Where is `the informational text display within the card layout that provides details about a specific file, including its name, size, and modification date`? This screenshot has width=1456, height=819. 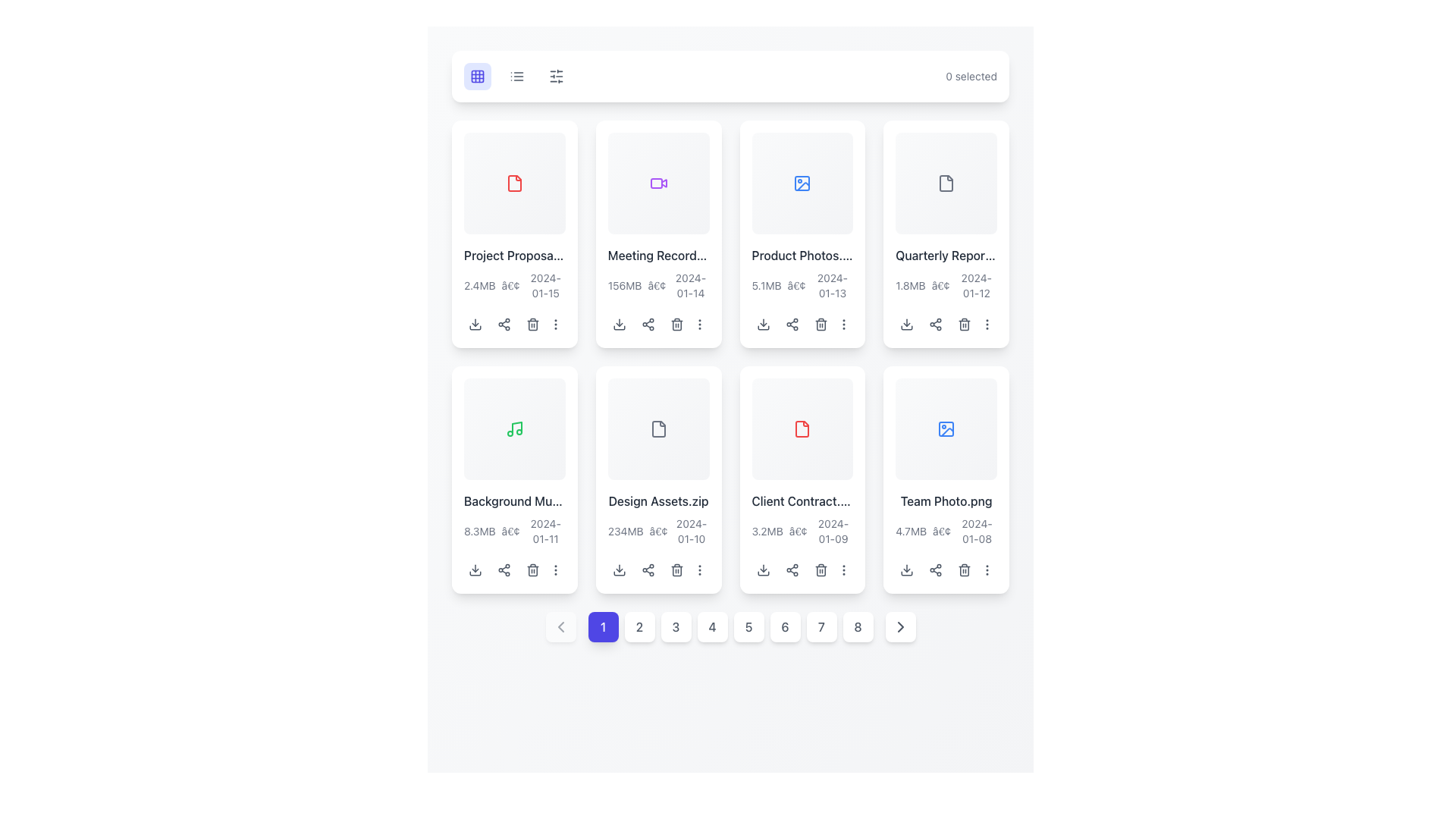
the informational text display within the card layout that provides details about a specific file, including its name, size, and modification date is located at coordinates (658, 273).